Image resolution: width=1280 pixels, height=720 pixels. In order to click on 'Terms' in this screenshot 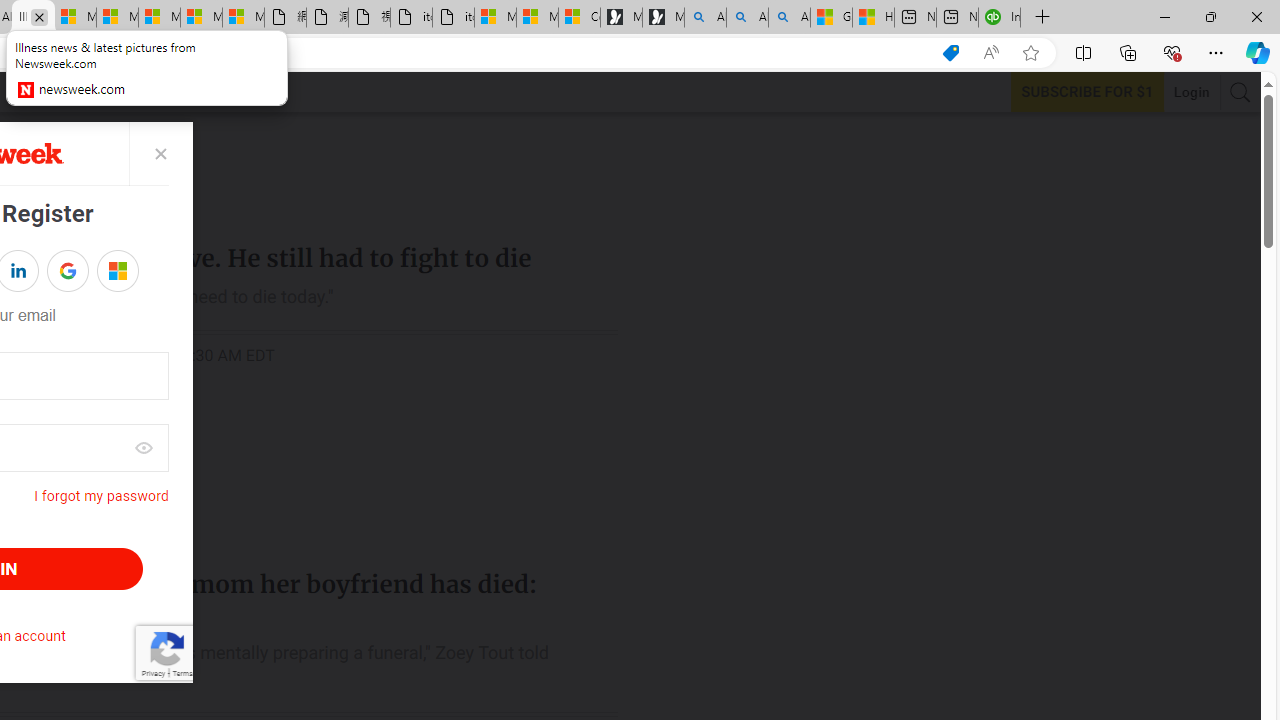, I will do `click(183, 672)`.